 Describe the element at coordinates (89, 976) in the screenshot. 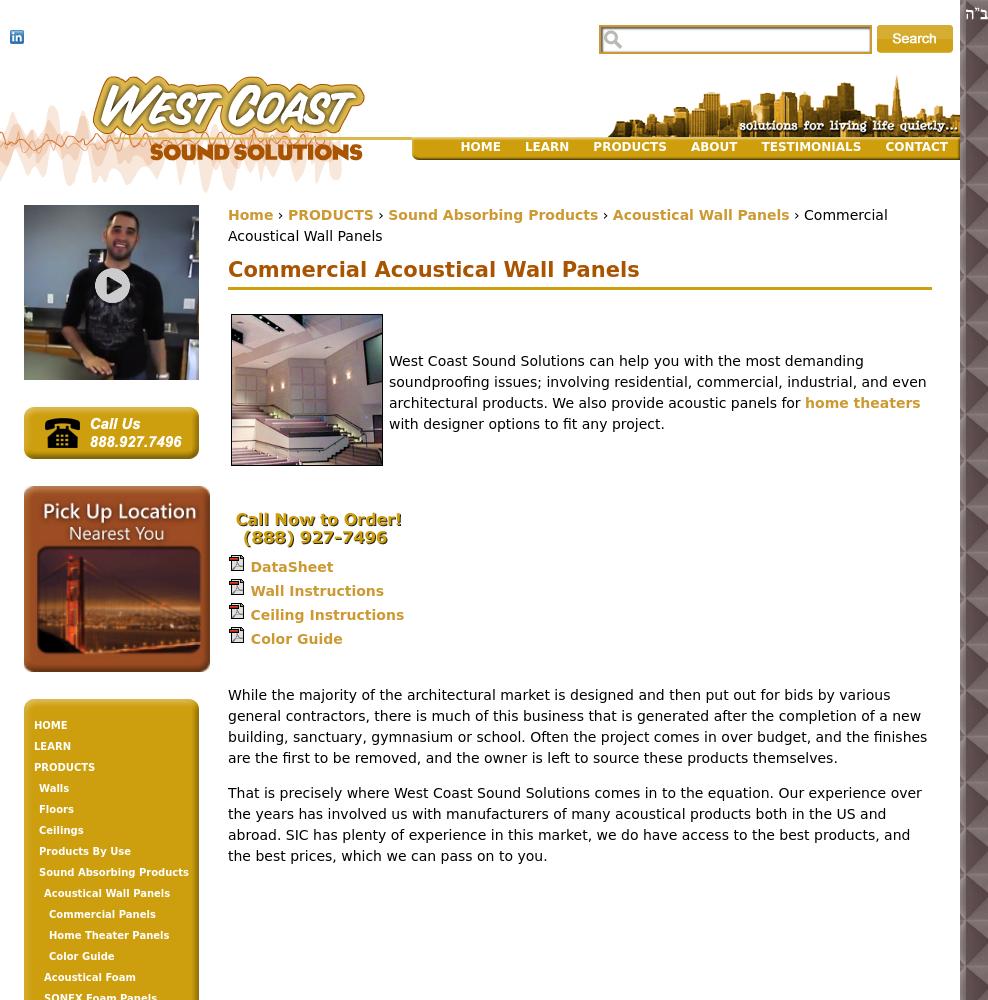

I see `'Acoustical Foam'` at that location.